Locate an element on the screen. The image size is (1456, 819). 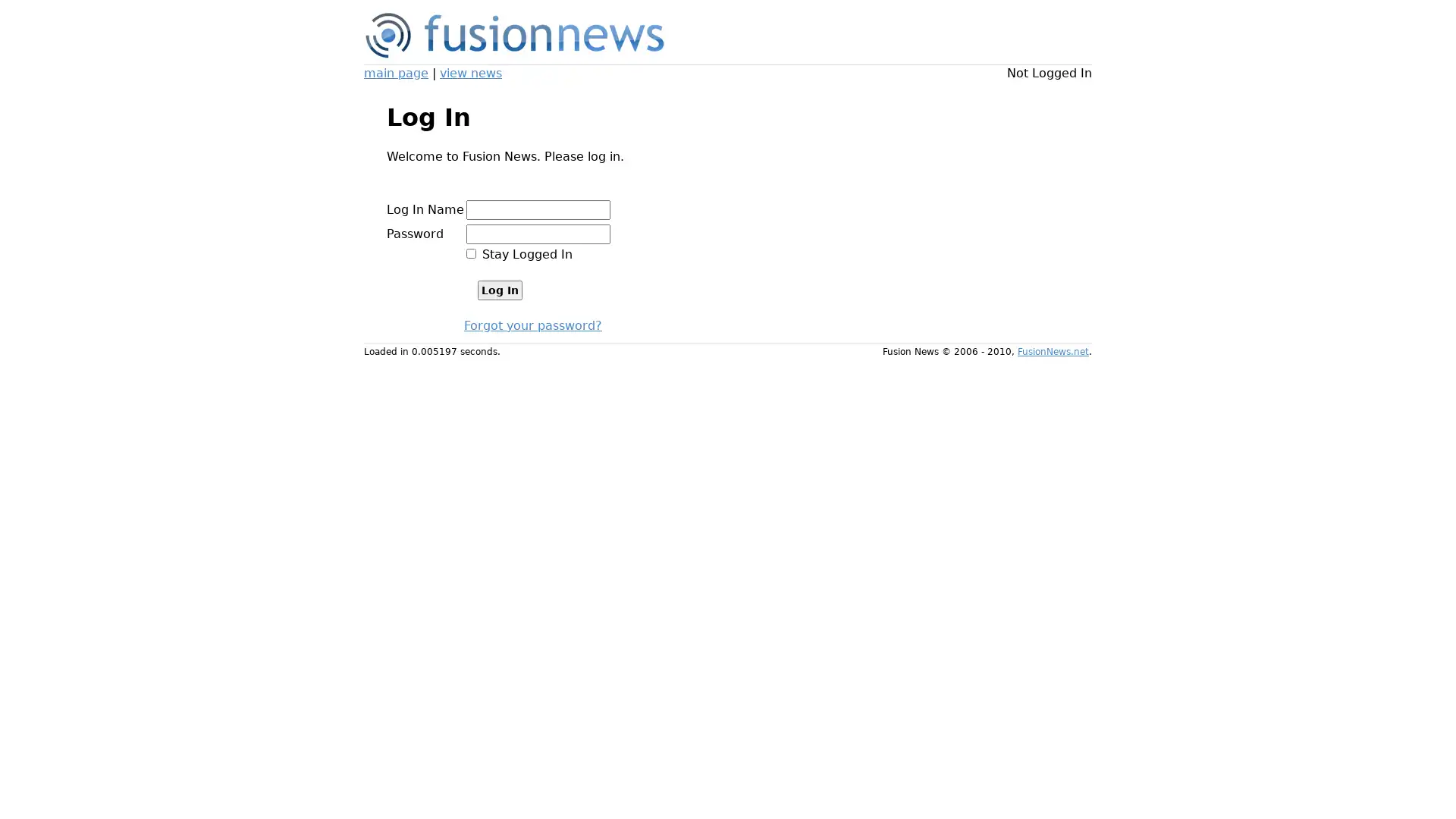
Log In is located at coordinates (499, 290).